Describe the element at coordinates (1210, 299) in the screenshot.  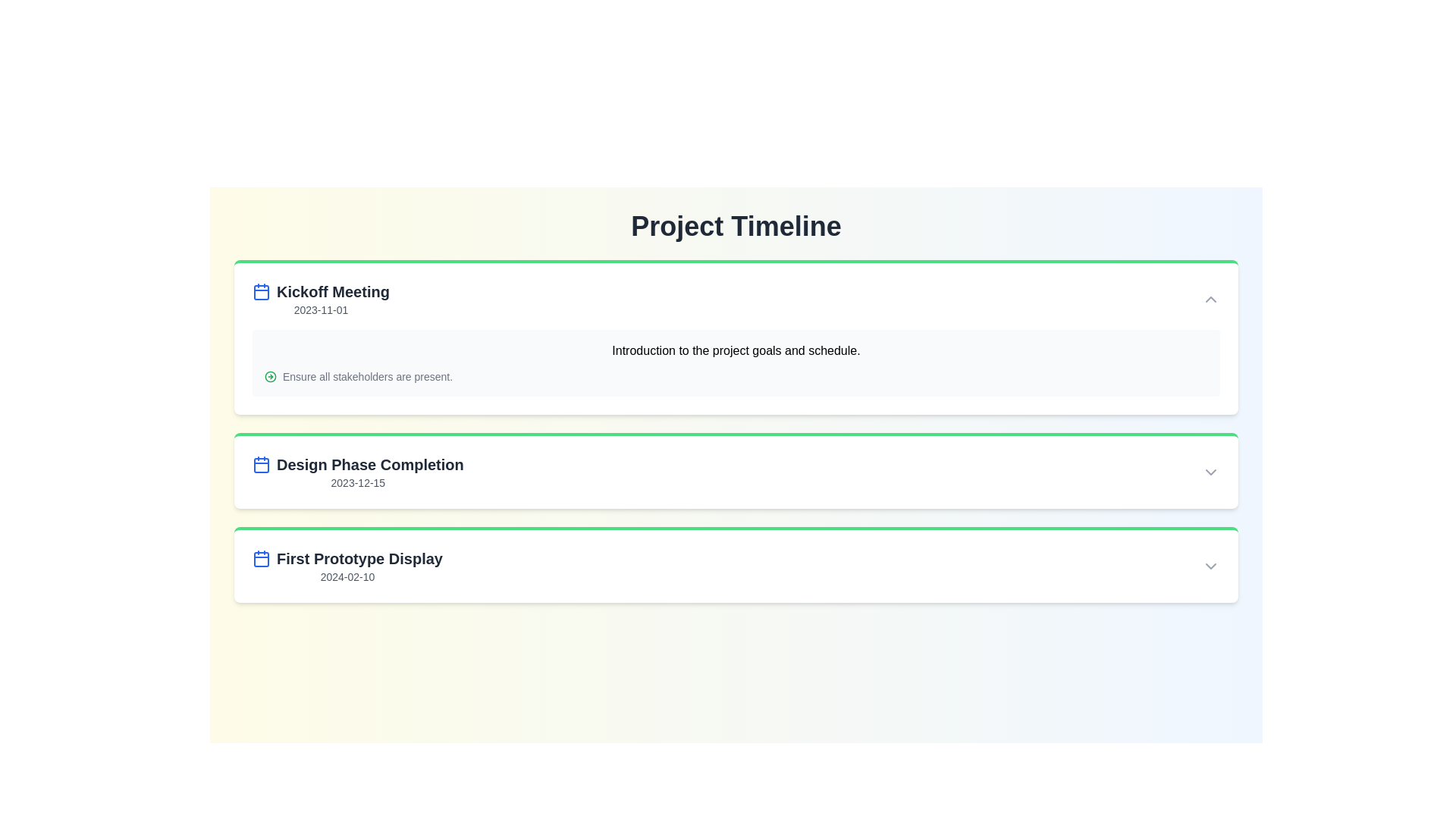
I see `the small upward-facing chevron icon button located on the rightmost part of the 'Kickoff Meeting' entry` at that location.